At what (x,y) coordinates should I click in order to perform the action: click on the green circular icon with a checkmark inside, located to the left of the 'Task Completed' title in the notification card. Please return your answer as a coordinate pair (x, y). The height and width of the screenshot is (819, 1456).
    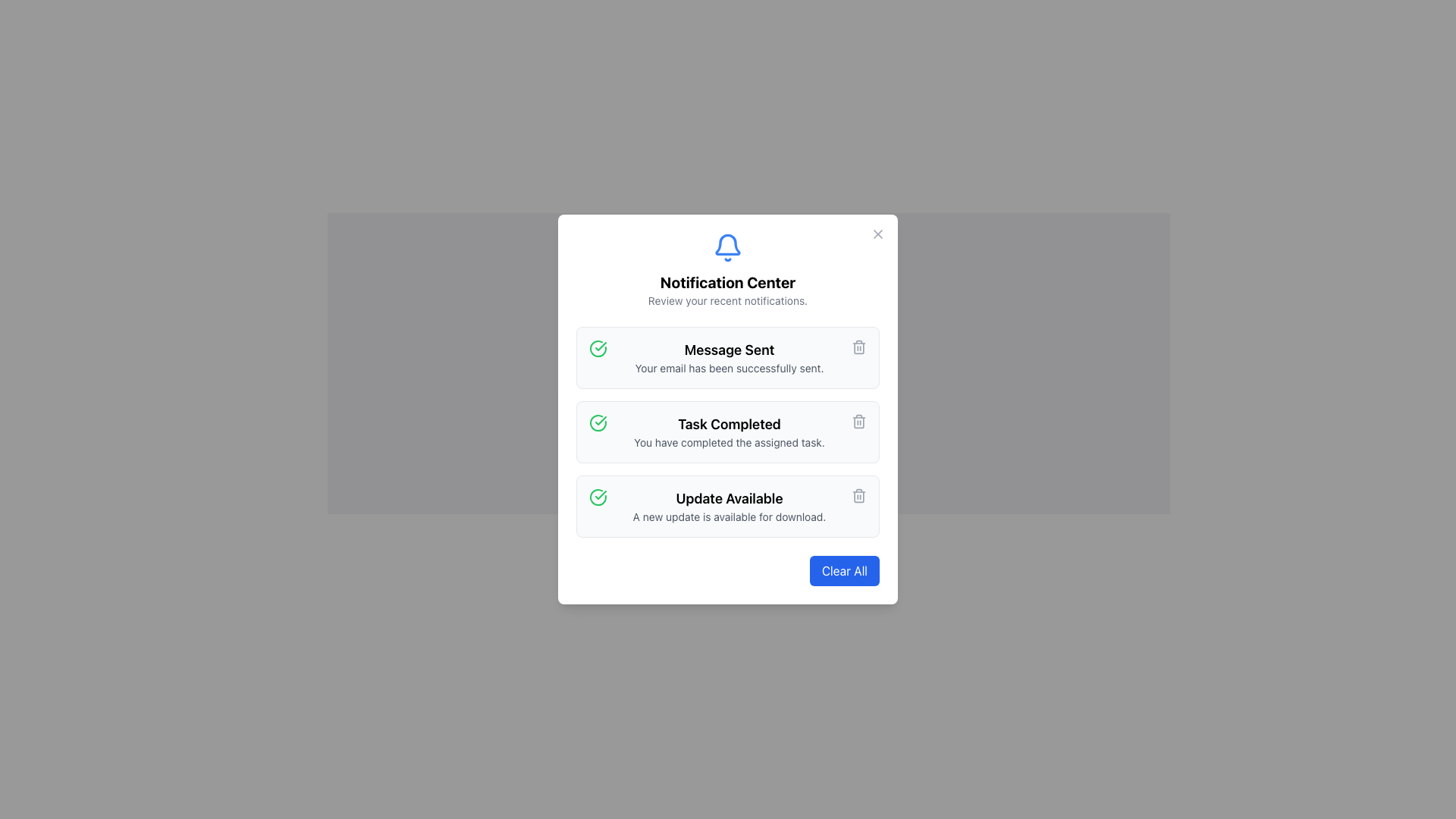
    Looking at the image, I should click on (597, 423).